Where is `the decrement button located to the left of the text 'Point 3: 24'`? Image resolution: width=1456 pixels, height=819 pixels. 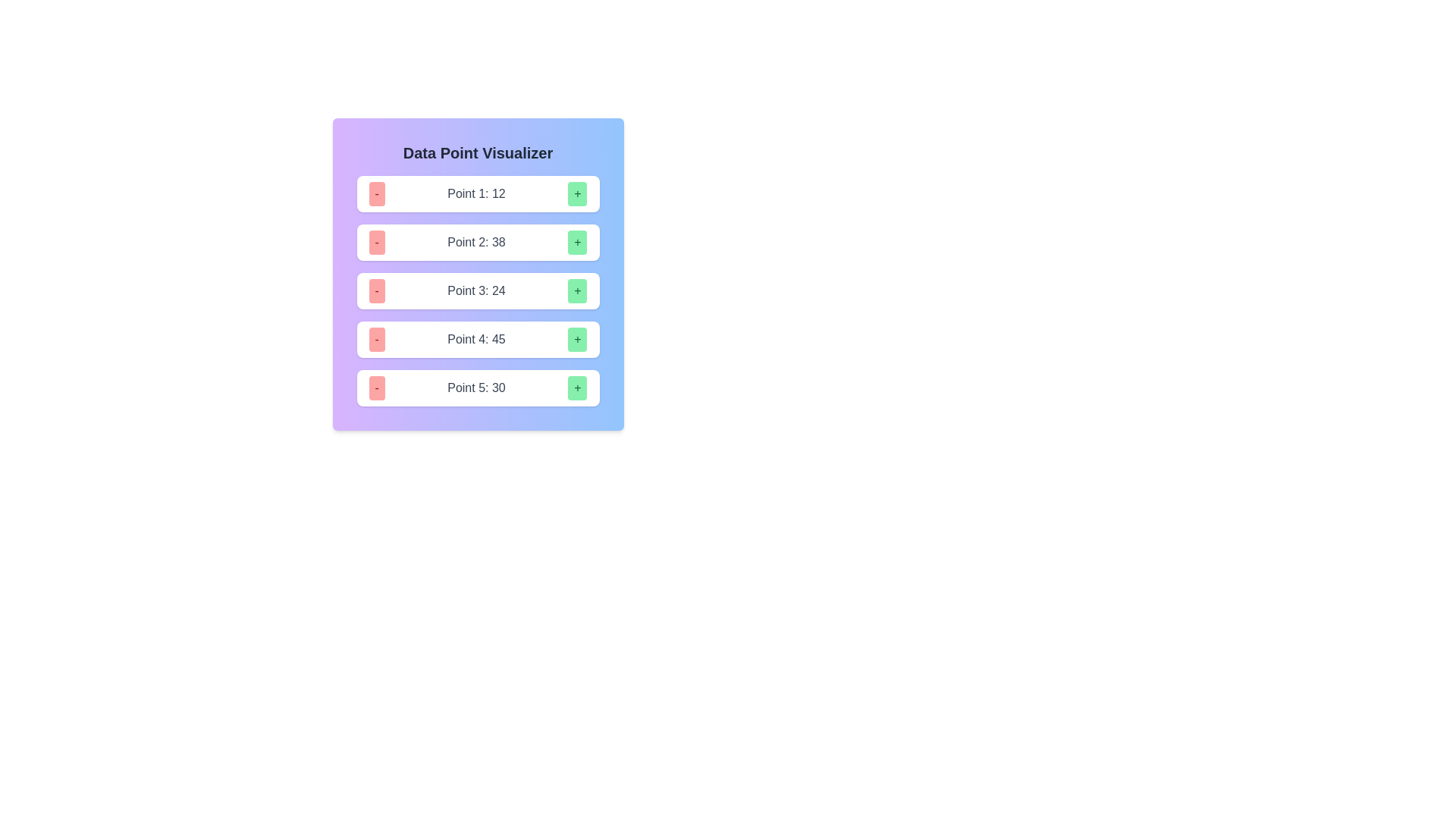
the decrement button located to the left of the text 'Point 3: 24' is located at coordinates (377, 291).